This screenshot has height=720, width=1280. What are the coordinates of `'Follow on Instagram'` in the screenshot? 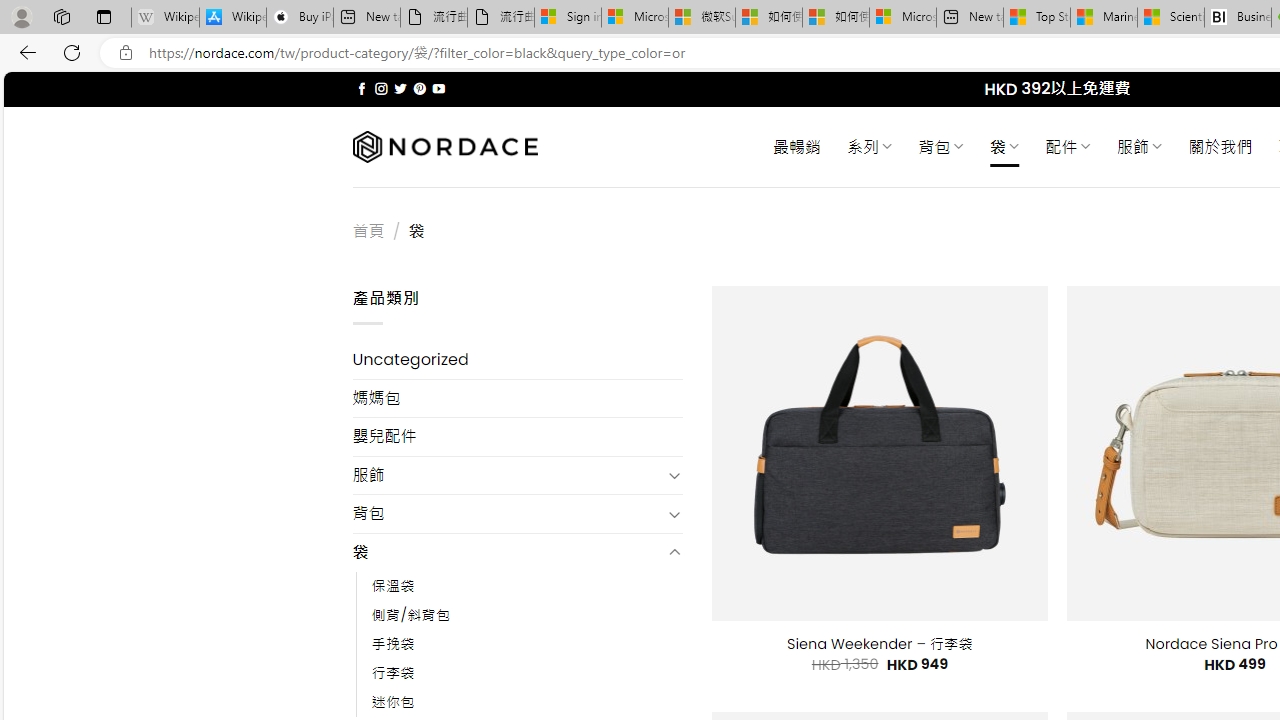 It's located at (381, 88).